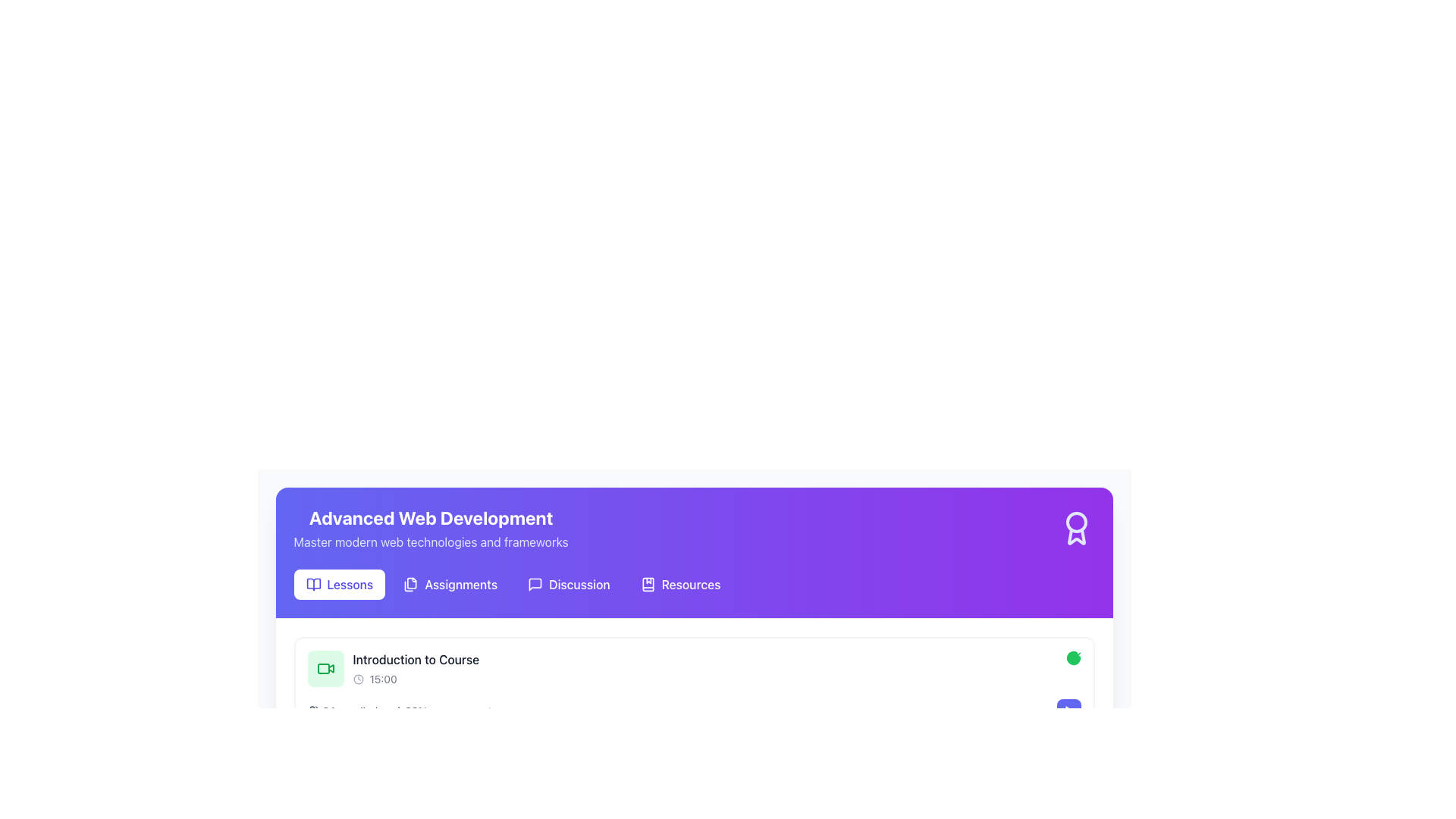 Image resolution: width=1456 pixels, height=819 pixels. Describe the element at coordinates (679, 584) in the screenshot. I see `the 'Resources' button, which features a book with a bookmark icon and white text on a purple background` at that location.